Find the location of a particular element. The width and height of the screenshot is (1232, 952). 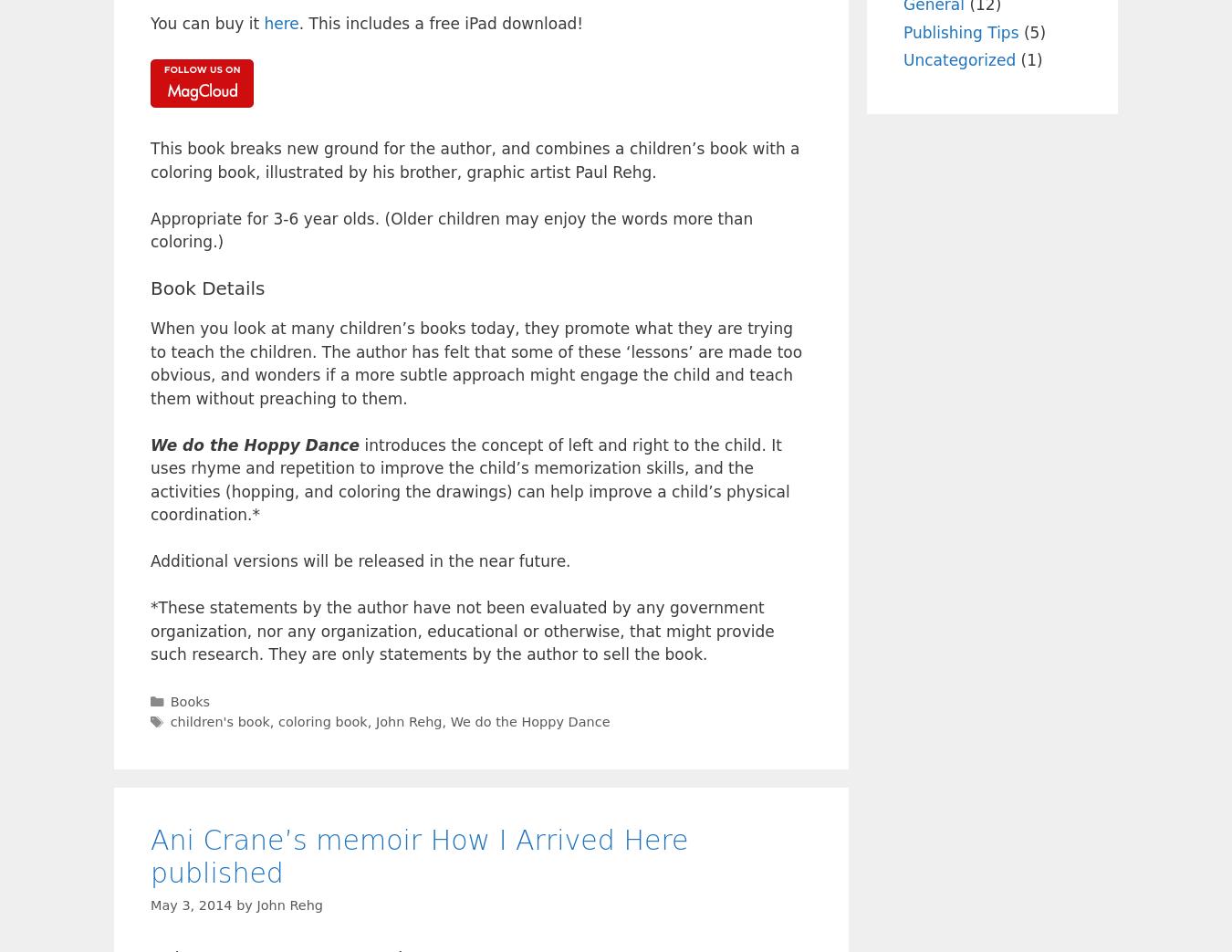

'You can buy it' is located at coordinates (205, 22).